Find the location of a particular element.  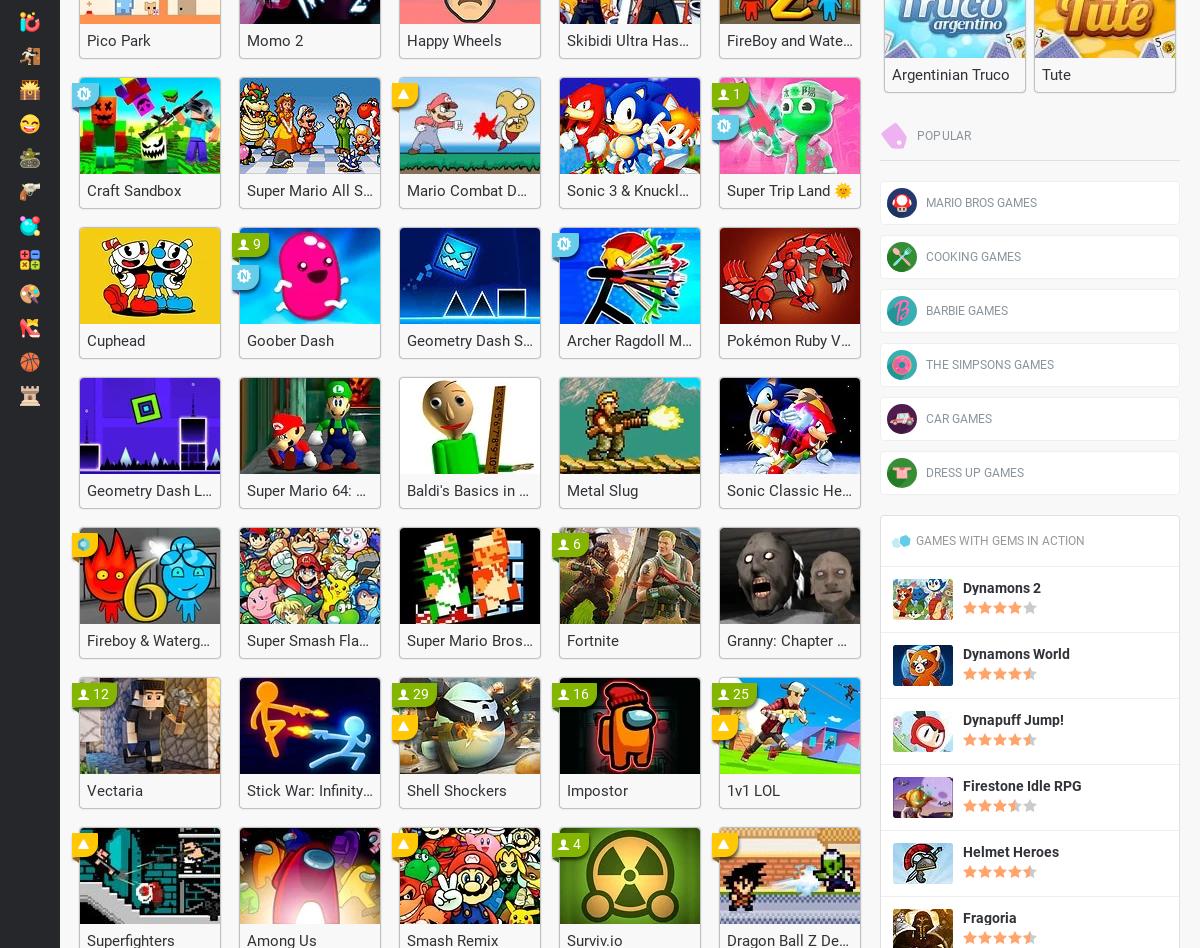

'The Simpsons Games' is located at coordinates (990, 363).